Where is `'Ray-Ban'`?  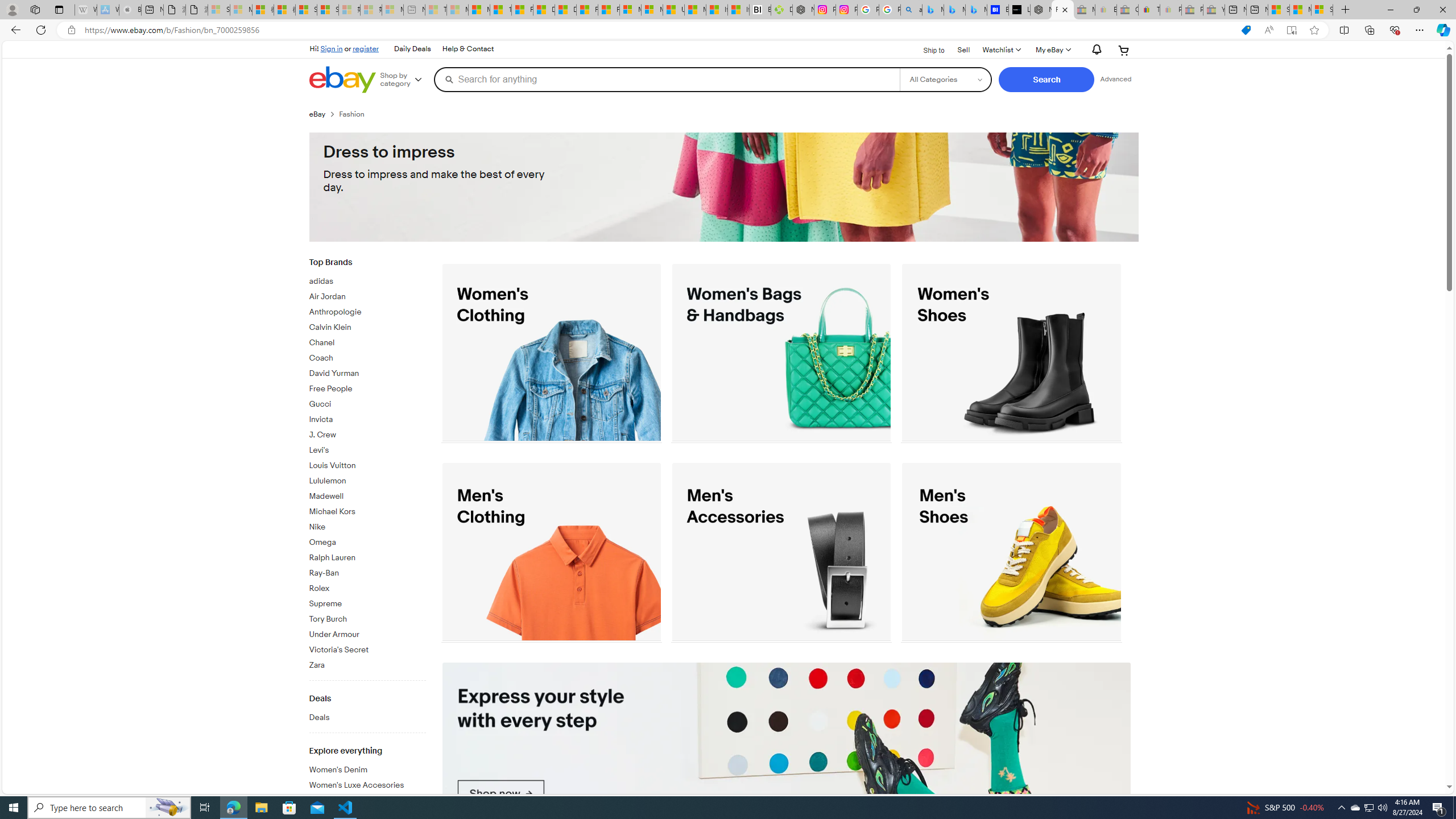
'Ray-Ban' is located at coordinates (367, 573).